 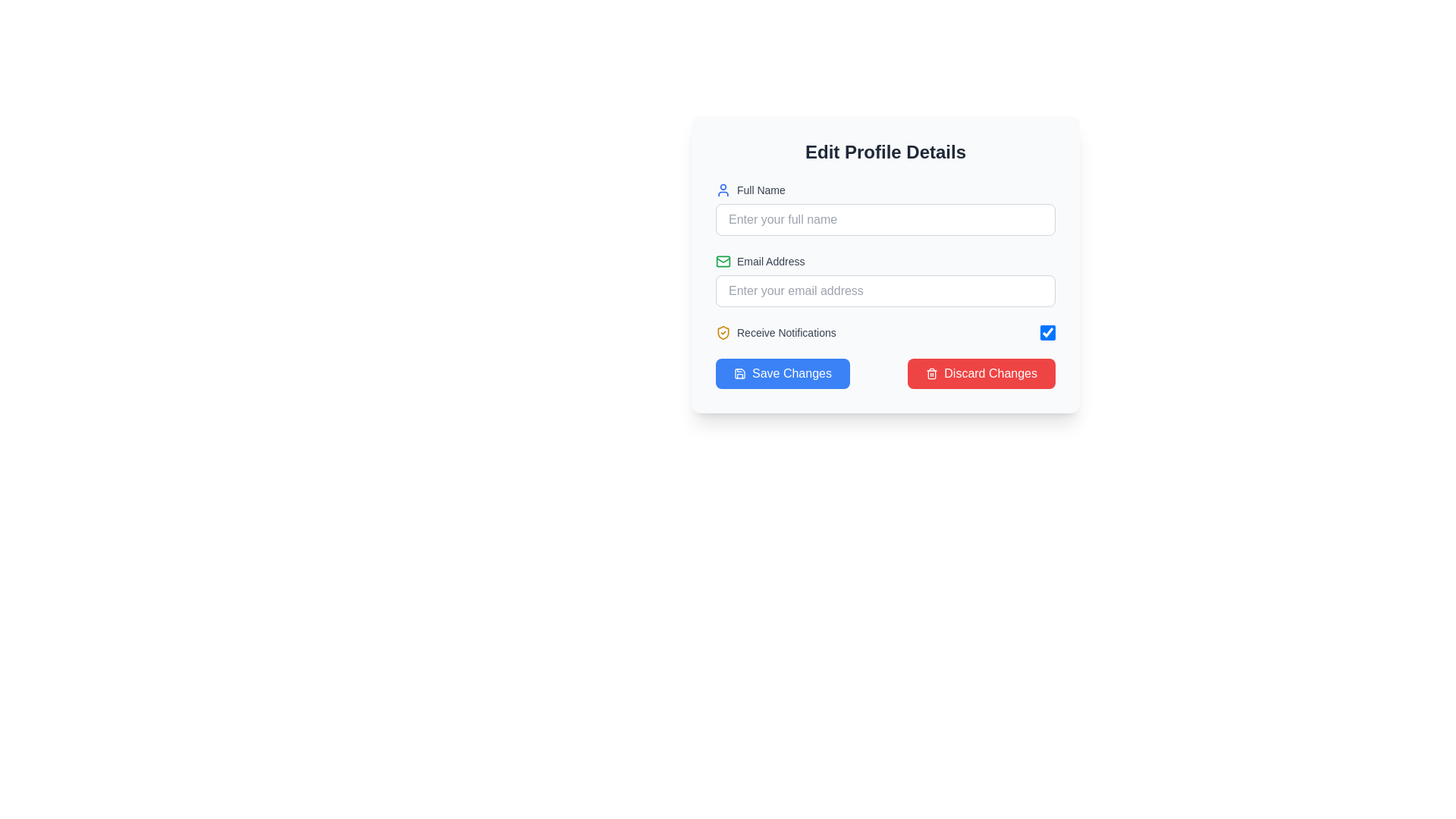 I want to click on the user profile editing form section located centrally below the 'Edit Profile Details' title, so click(x=885, y=263).